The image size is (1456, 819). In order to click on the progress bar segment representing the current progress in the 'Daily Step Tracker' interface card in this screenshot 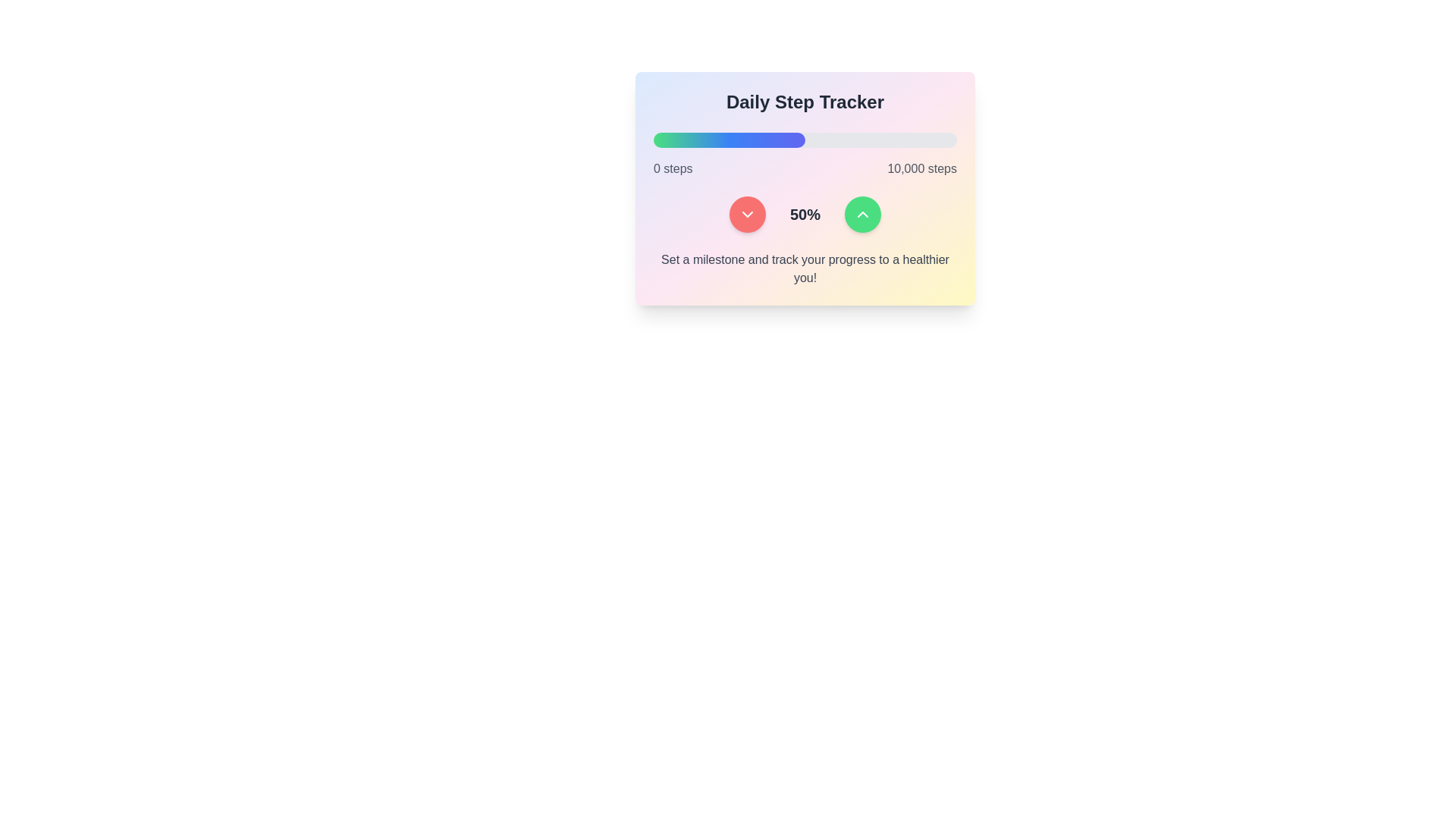, I will do `click(729, 140)`.